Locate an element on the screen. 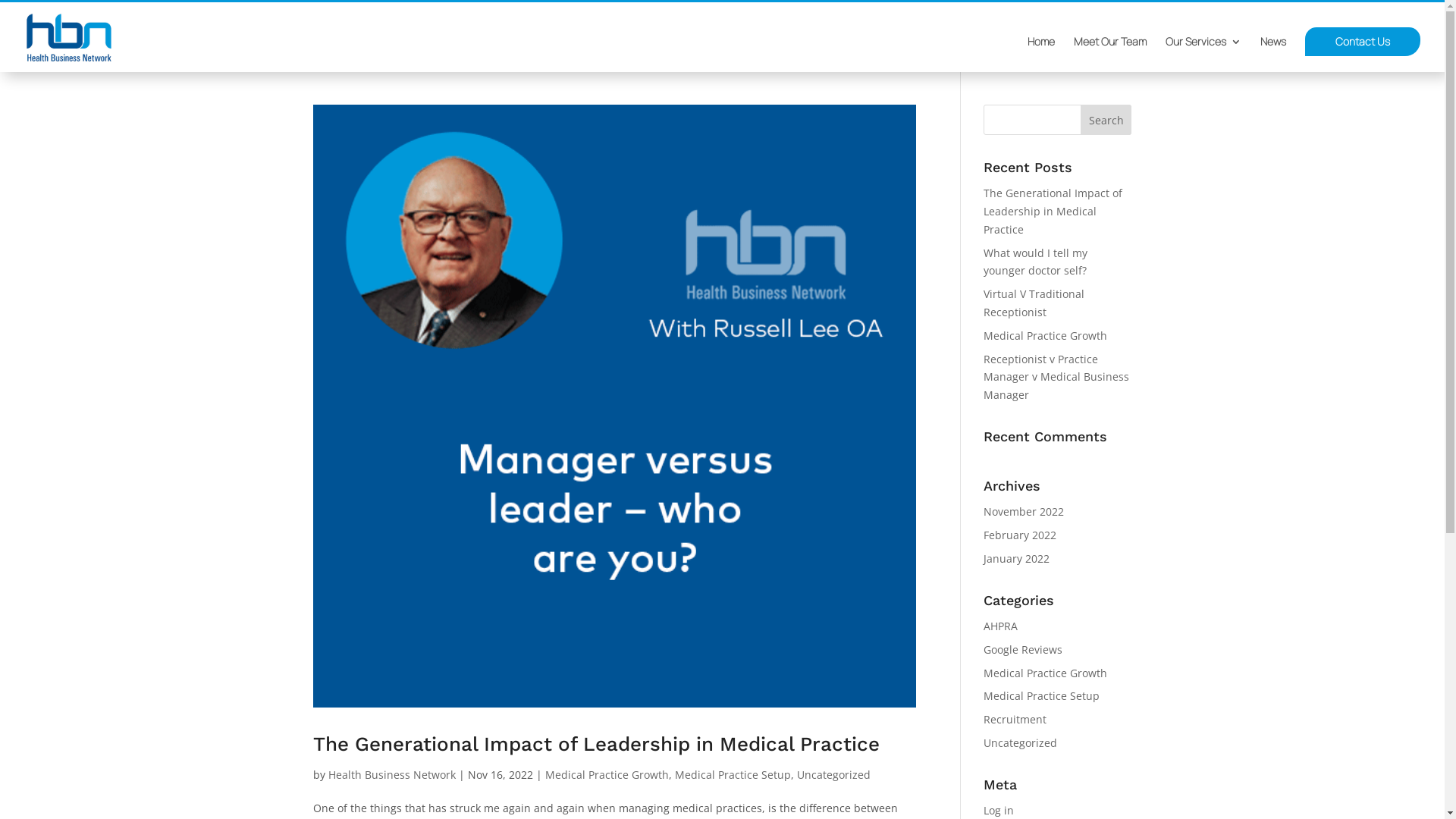 This screenshot has height=819, width=1456. 'Home' is located at coordinates (1040, 53).